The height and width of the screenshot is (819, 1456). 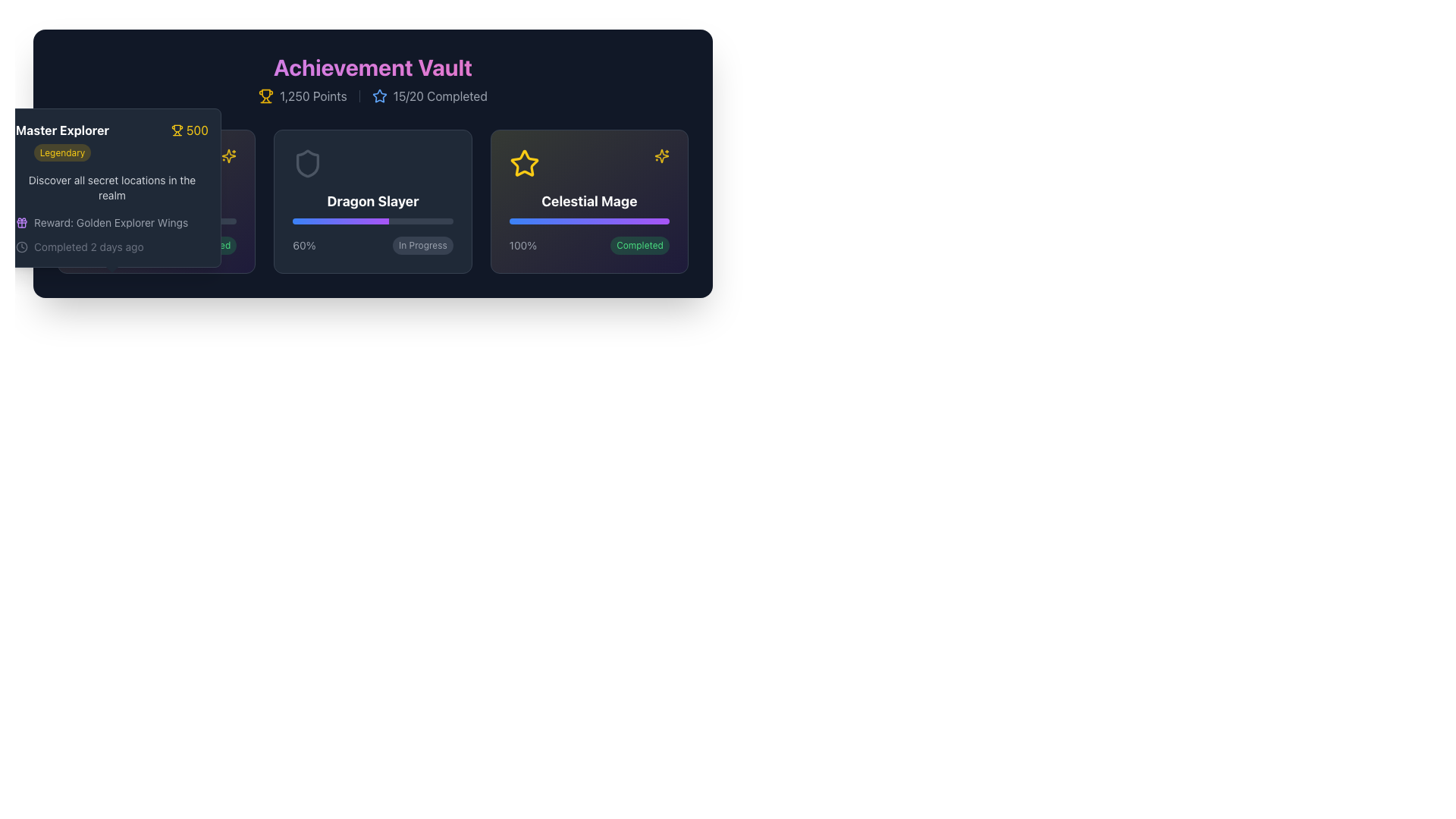 What do you see at coordinates (439, 96) in the screenshot?
I see `the informational Text label that displays user progress, located between a star icon and the text '1,250 Points'` at bounding box center [439, 96].